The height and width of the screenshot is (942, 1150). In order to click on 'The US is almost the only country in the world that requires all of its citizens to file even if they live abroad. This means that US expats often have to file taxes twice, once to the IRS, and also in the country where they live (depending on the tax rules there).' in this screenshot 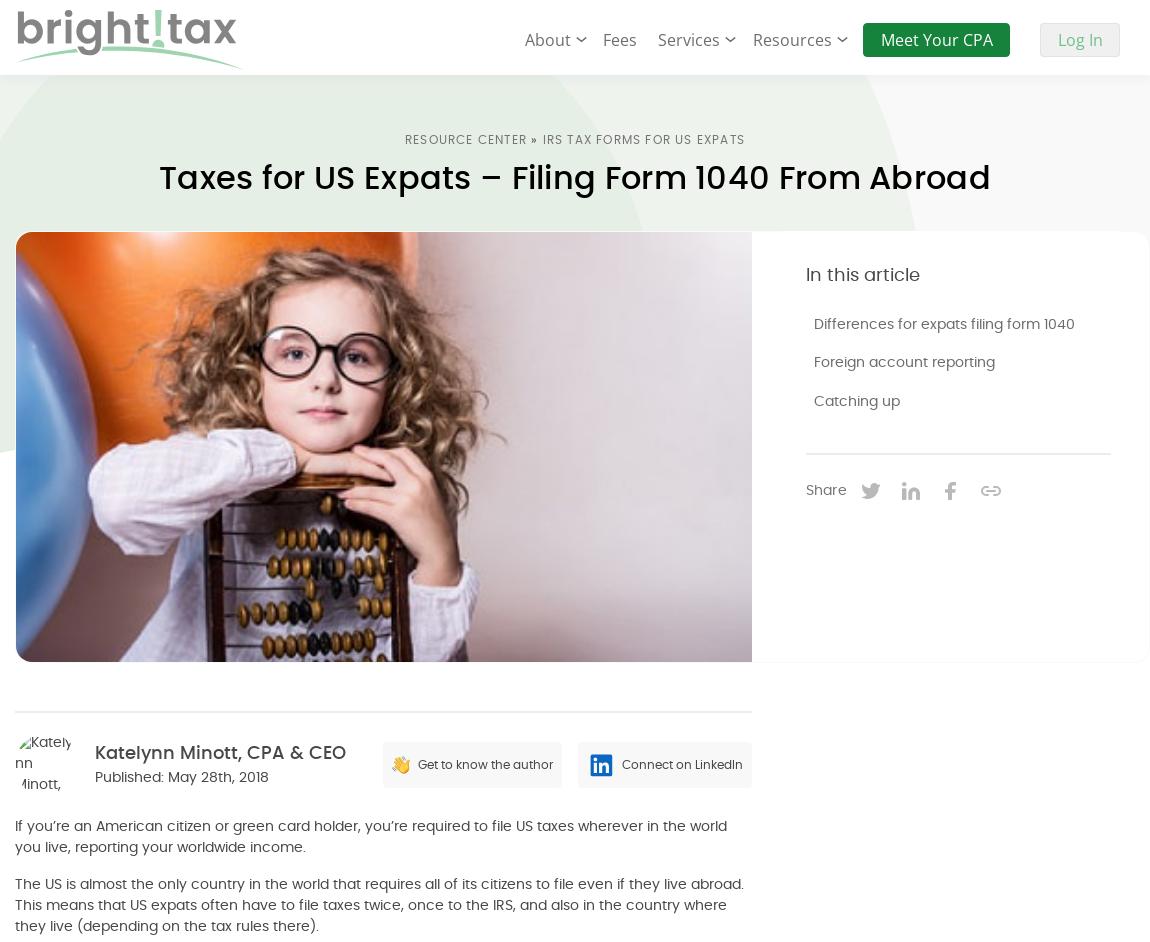, I will do `click(379, 905)`.